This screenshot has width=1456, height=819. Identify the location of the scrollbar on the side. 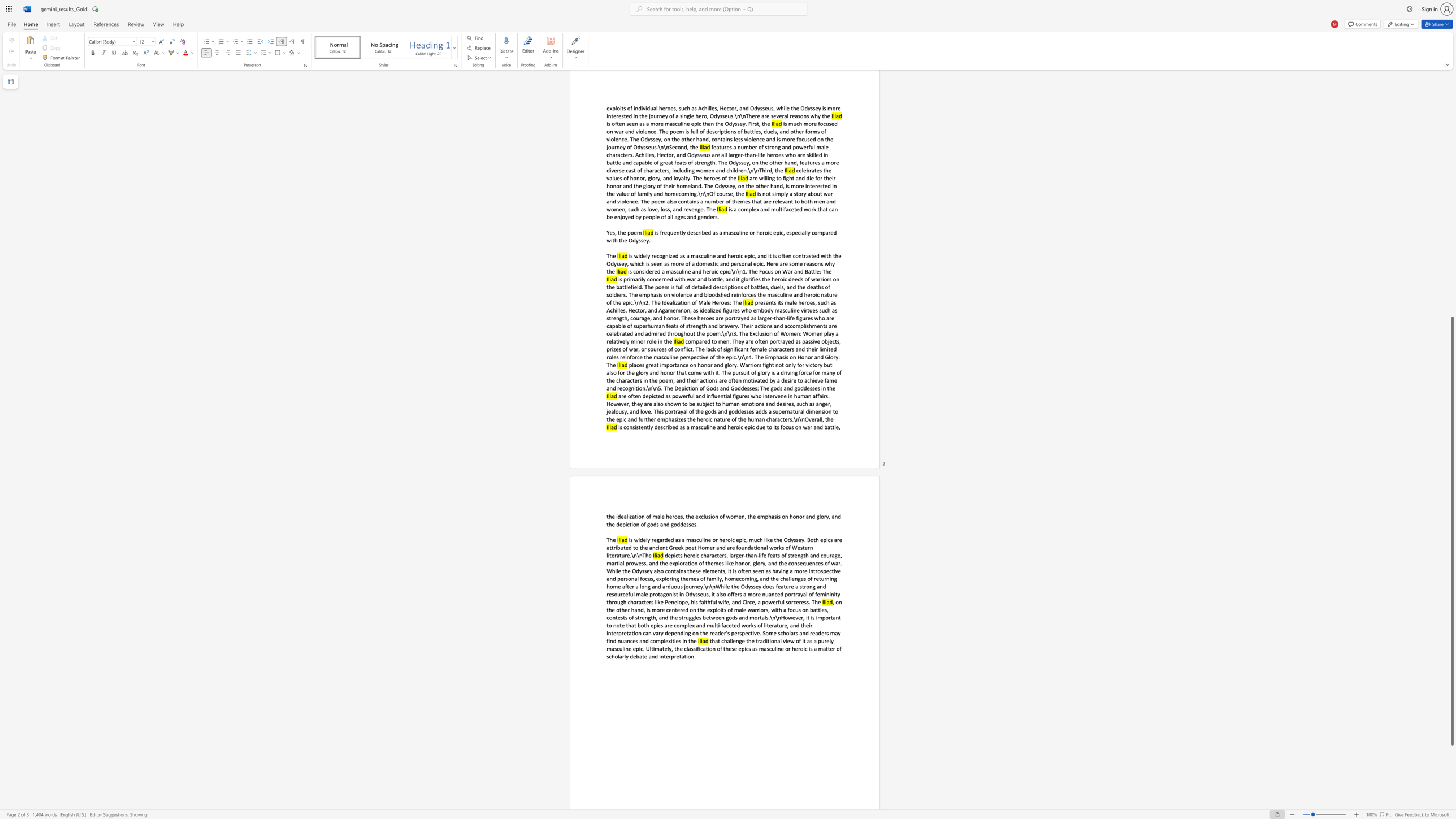
(1451, 250).